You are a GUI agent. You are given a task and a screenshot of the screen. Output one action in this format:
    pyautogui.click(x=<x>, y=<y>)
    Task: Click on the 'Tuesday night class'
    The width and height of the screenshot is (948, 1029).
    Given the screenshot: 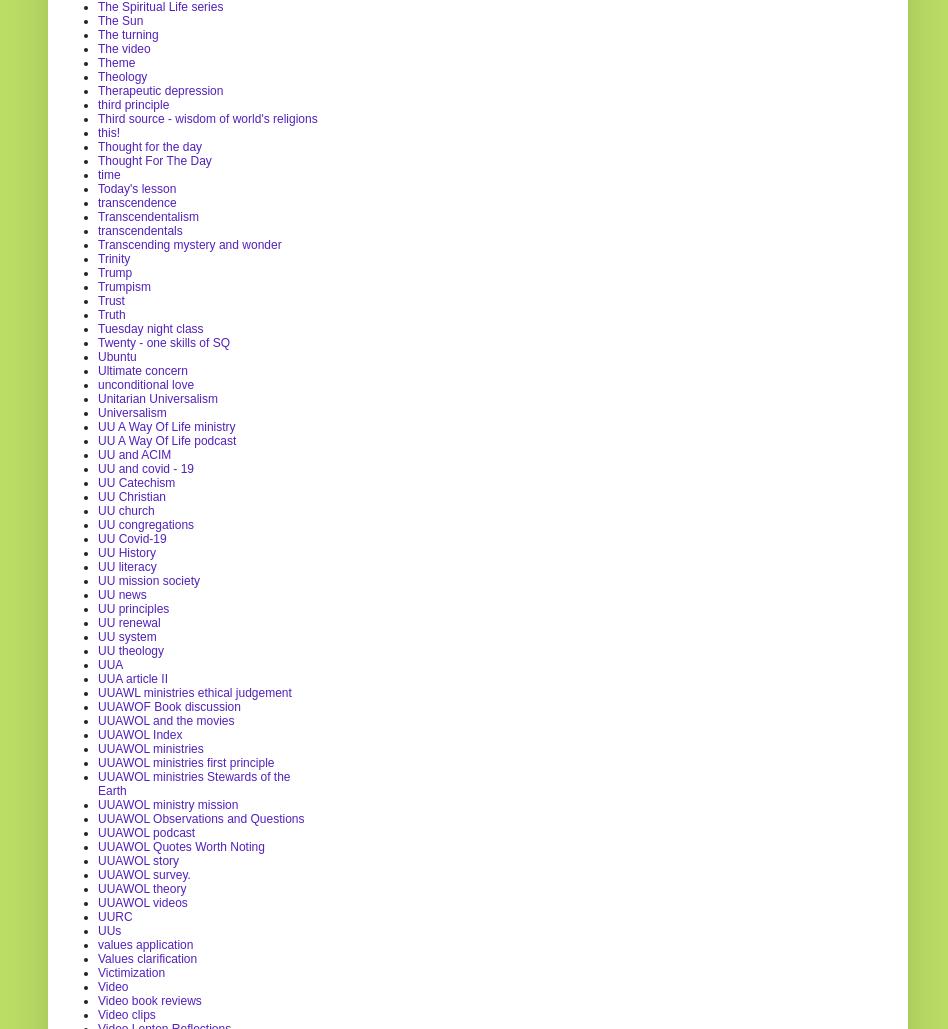 What is the action you would take?
    pyautogui.click(x=149, y=328)
    